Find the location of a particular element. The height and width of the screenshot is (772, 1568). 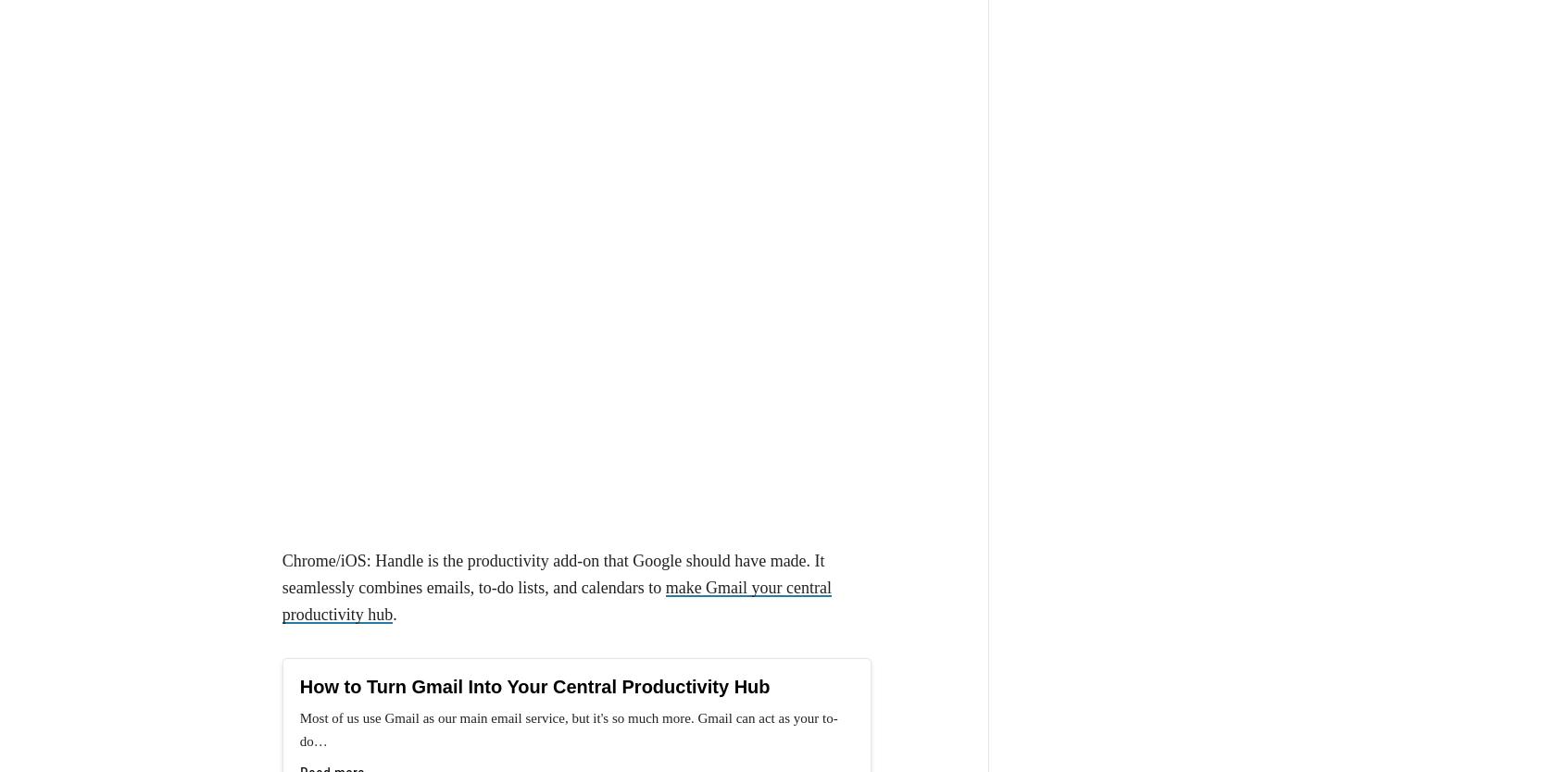

'might even make' is located at coordinates (390, 500).